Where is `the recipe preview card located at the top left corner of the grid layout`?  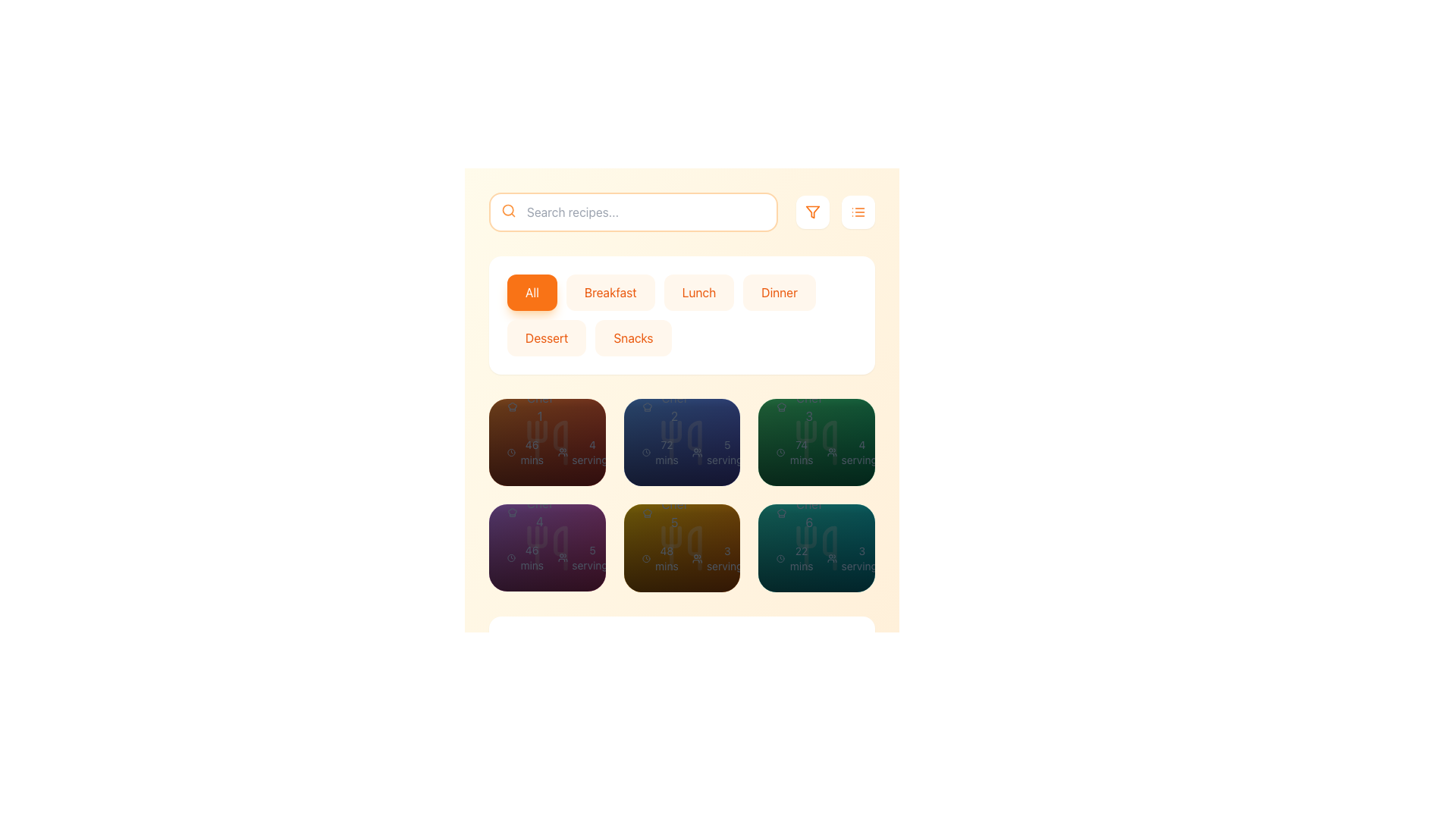
the recipe preview card located at the top left corner of the grid layout is located at coordinates (546, 442).